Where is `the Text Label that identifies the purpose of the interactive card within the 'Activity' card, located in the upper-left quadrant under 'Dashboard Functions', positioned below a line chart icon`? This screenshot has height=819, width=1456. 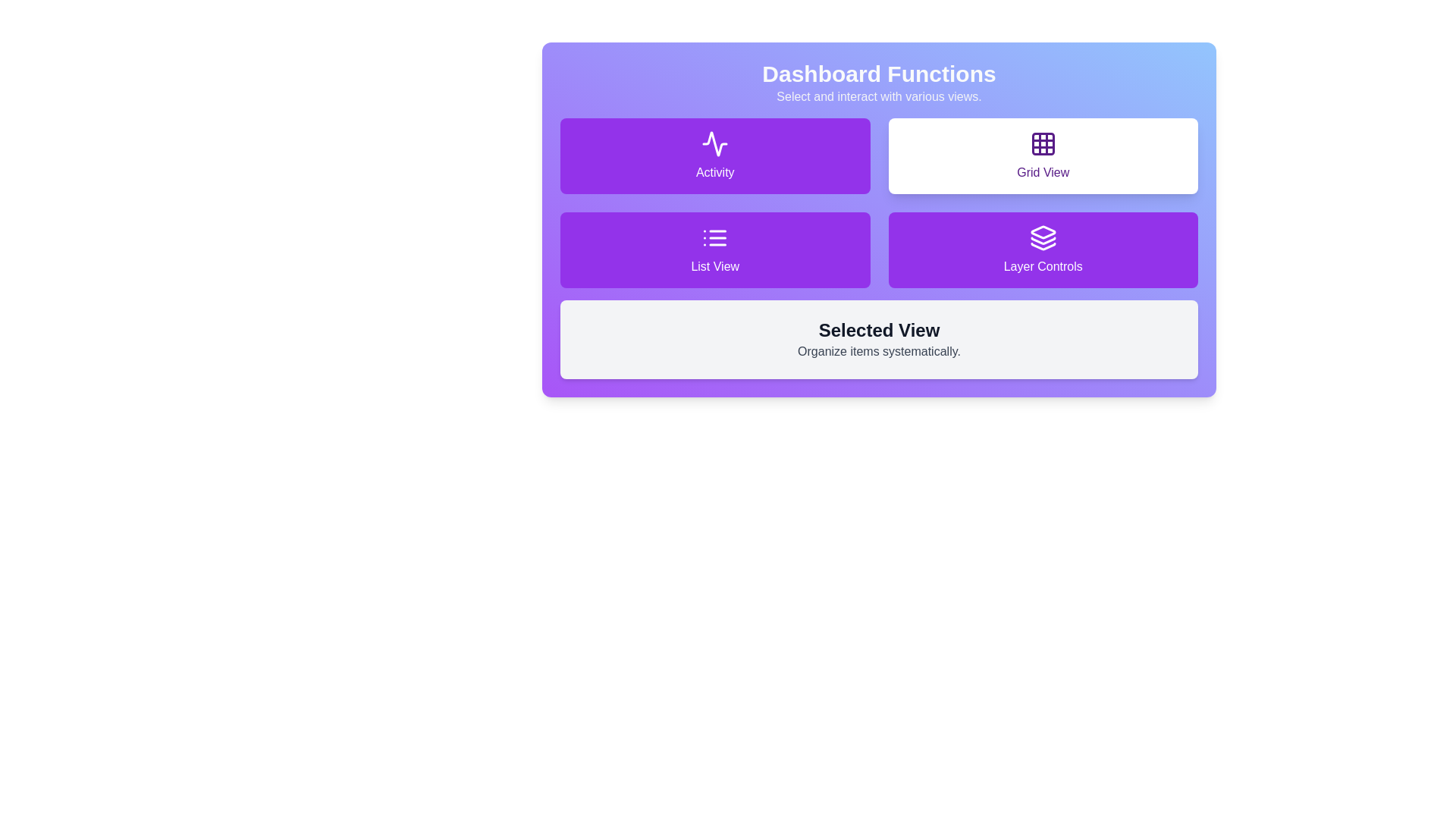 the Text Label that identifies the purpose of the interactive card within the 'Activity' card, located in the upper-left quadrant under 'Dashboard Functions', positioned below a line chart icon is located at coordinates (714, 171).